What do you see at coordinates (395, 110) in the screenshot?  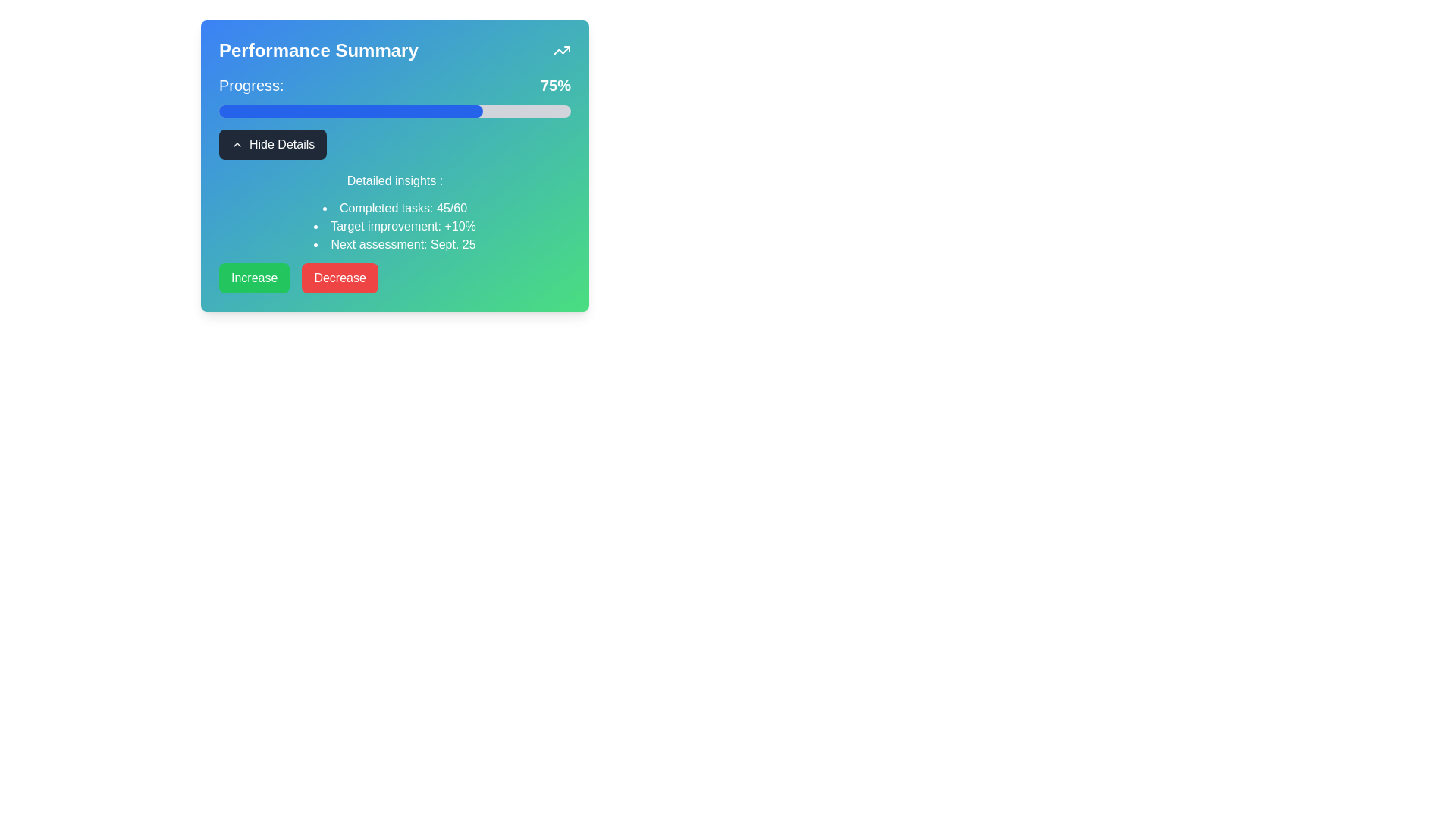 I see `the progress bar indicating 75% completion located below the 'Progress: 75%' text within a blue-to-green gradient card` at bounding box center [395, 110].